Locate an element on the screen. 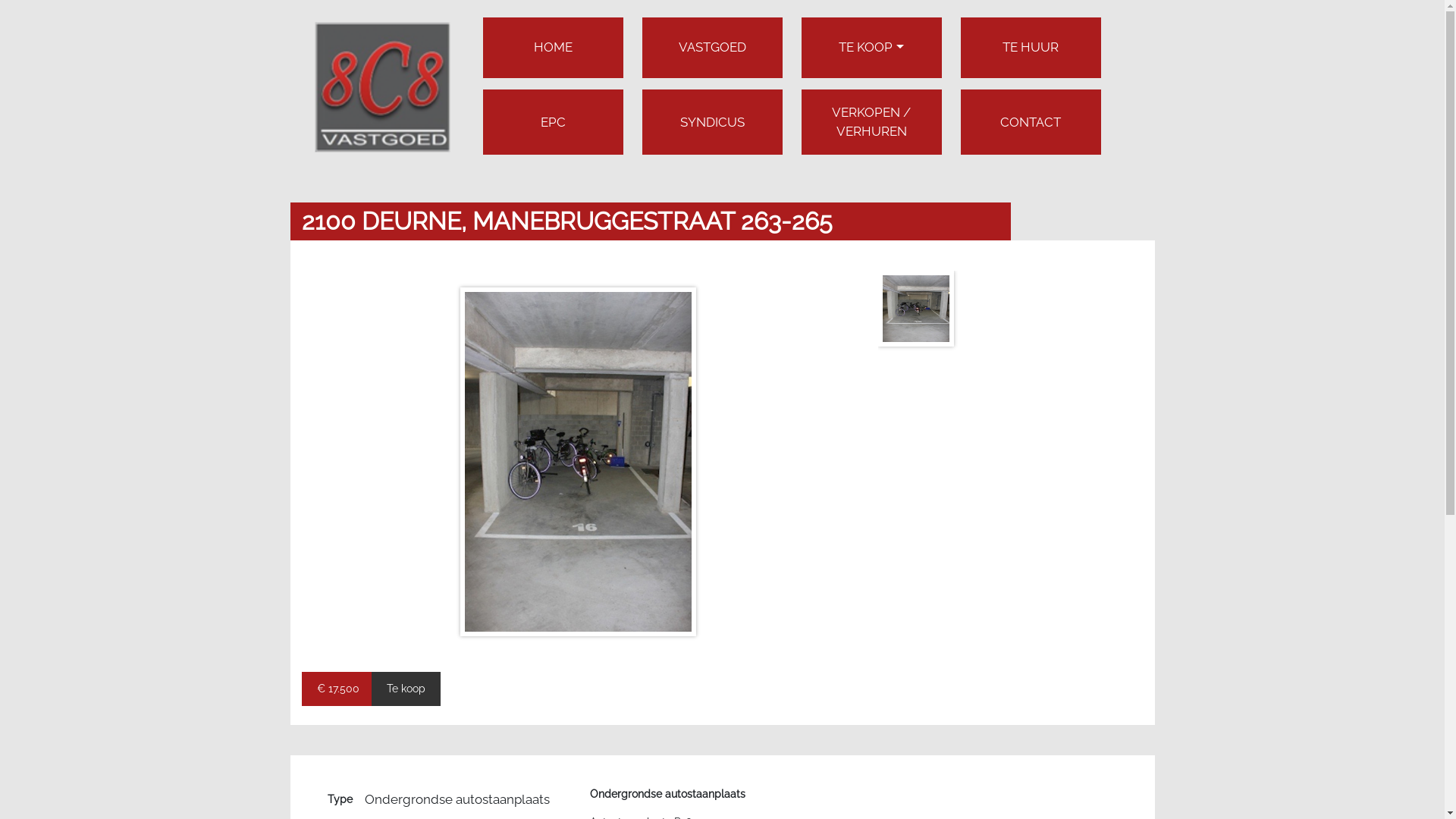  'VASTGOED' is located at coordinates (711, 46).